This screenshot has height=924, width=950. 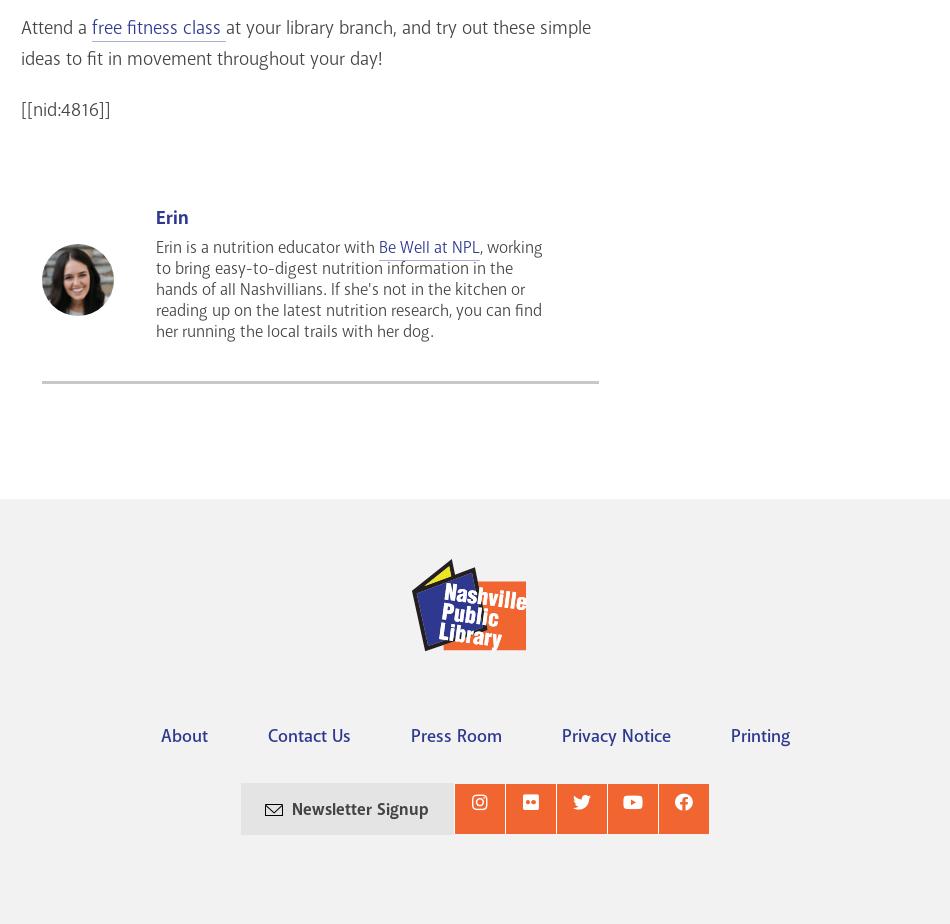 What do you see at coordinates (348, 289) in the screenshot?
I see `', working to bring easy-to-digest nutrition information in the hands of all Nashvillians. If she's not in the kitchen or reading up on the latest nutrition research, you can find her running the local trails with her dog.'` at bounding box center [348, 289].